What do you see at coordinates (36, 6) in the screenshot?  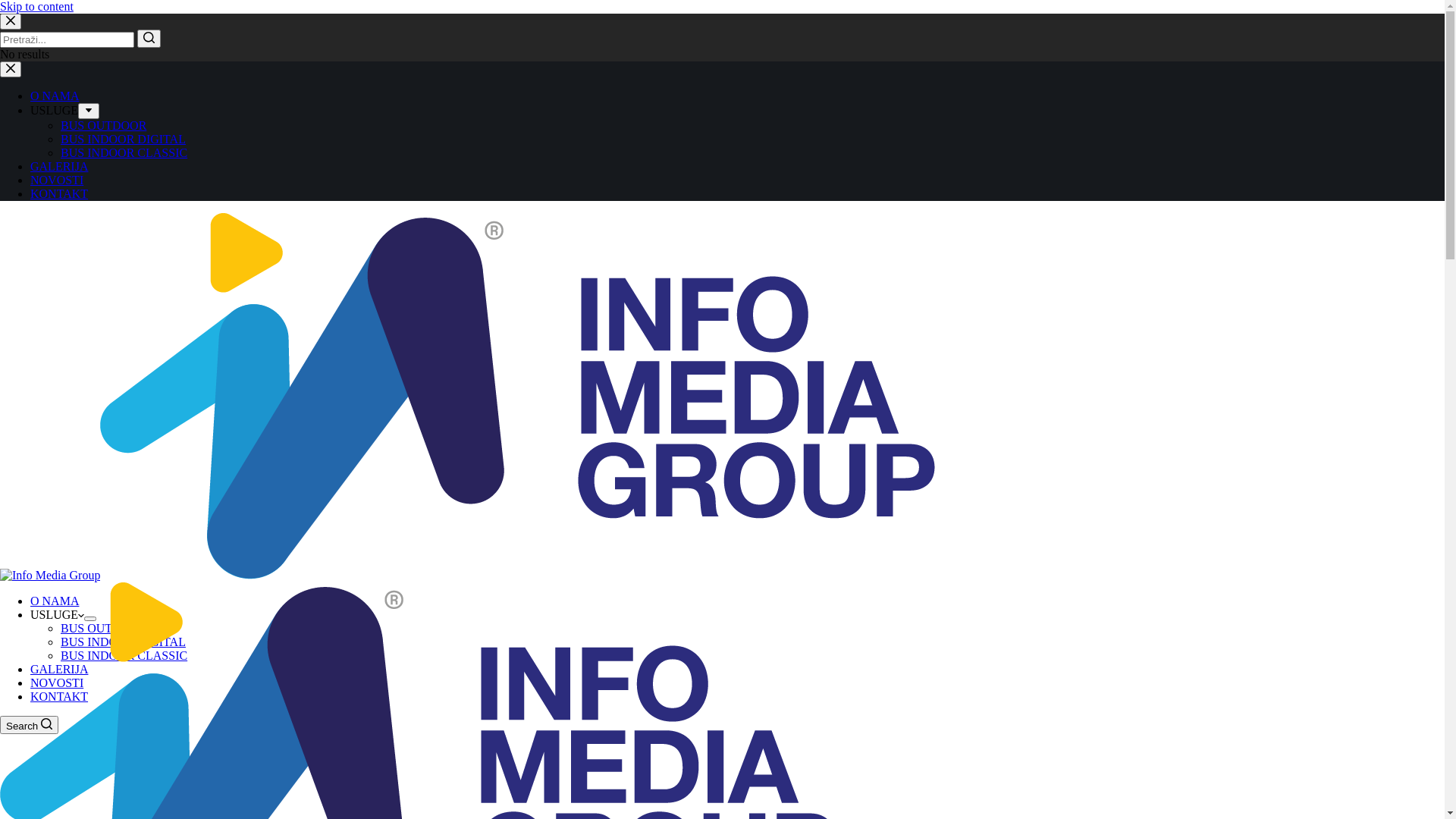 I see `'Skip to content'` at bounding box center [36, 6].